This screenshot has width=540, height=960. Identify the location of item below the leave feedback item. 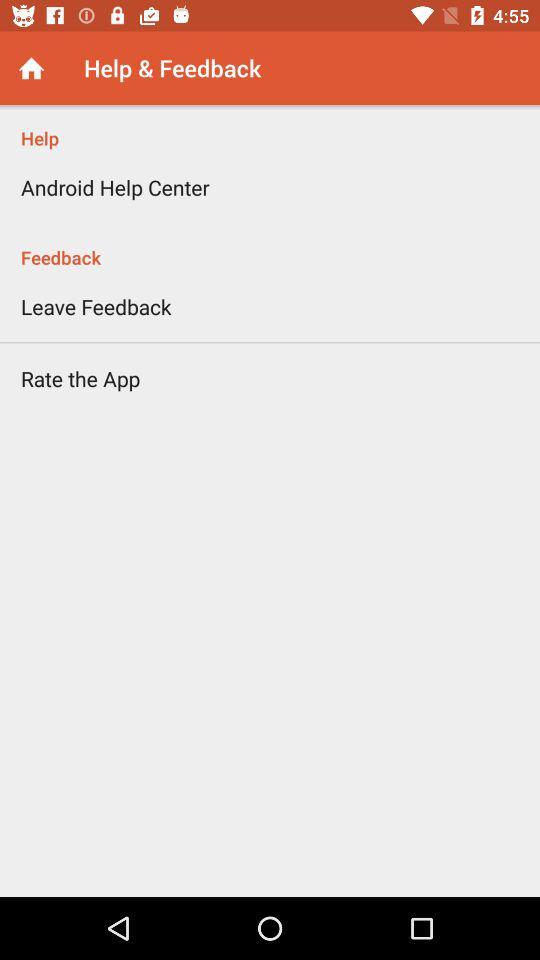
(79, 377).